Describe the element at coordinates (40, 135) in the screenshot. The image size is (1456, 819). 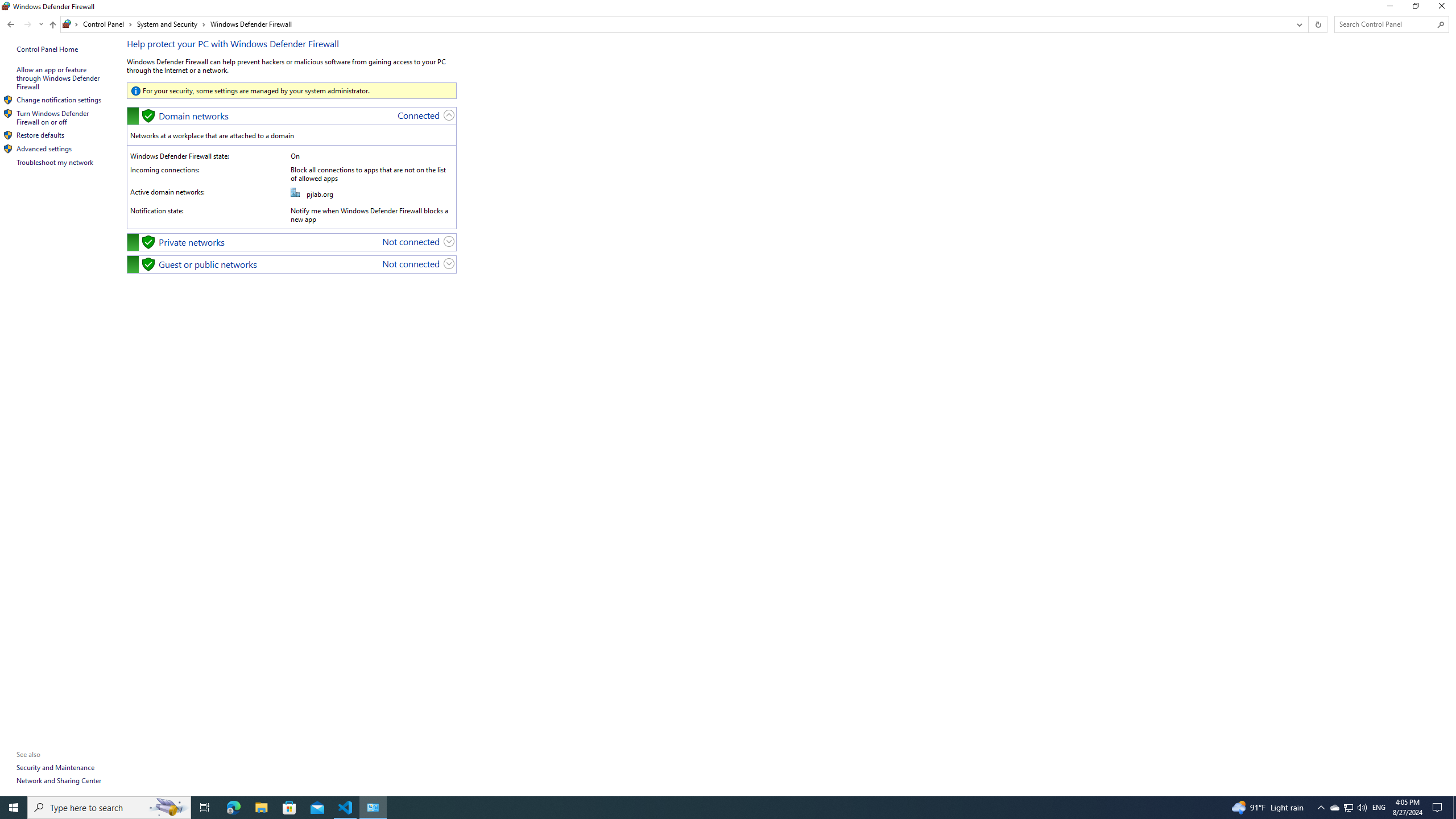
I see `'Restore defaults'` at that location.